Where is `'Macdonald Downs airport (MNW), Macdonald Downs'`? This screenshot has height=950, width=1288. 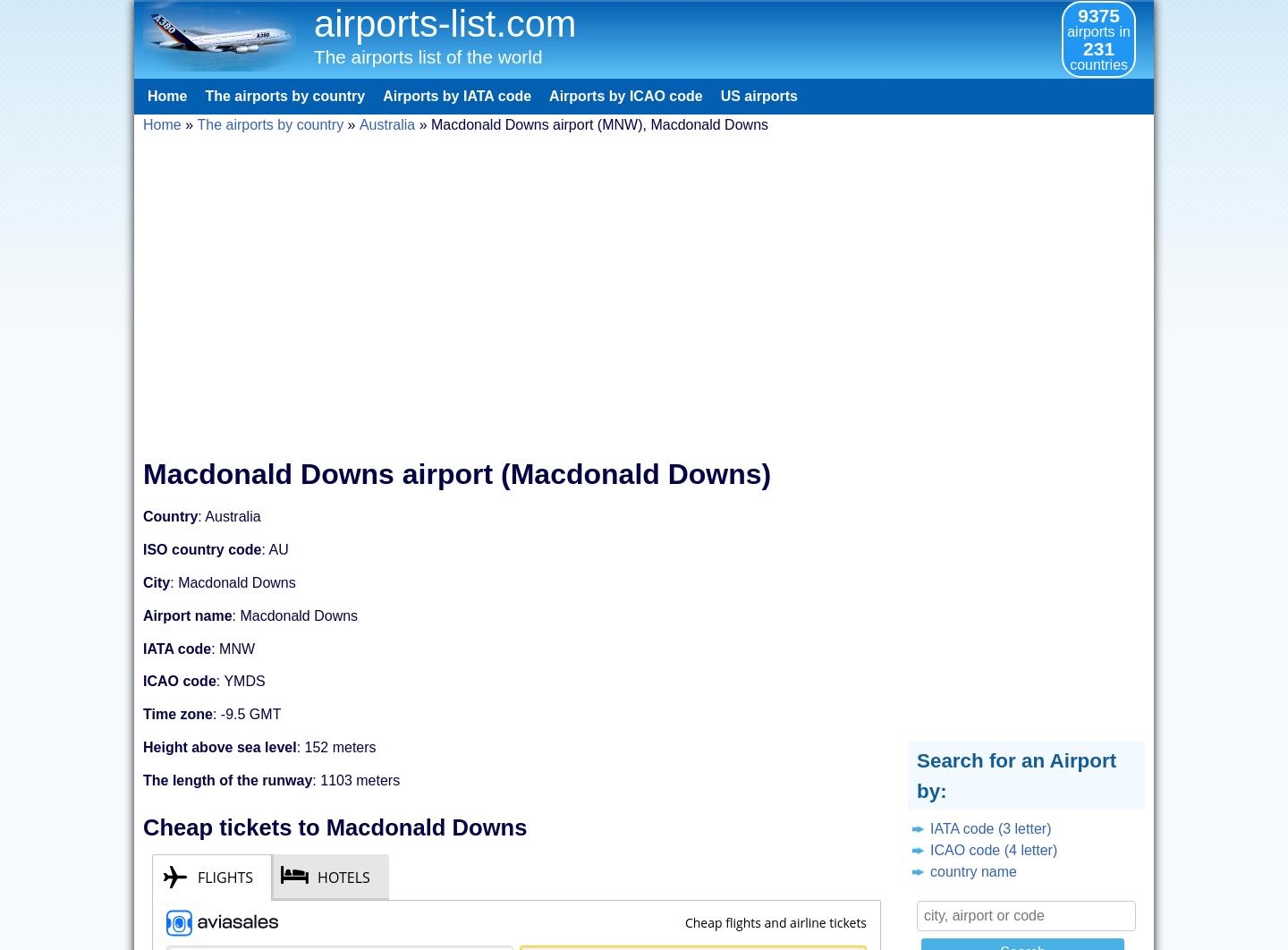 'Macdonald Downs airport (MNW), Macdonald Downs' is located at coordinates (599, 124).